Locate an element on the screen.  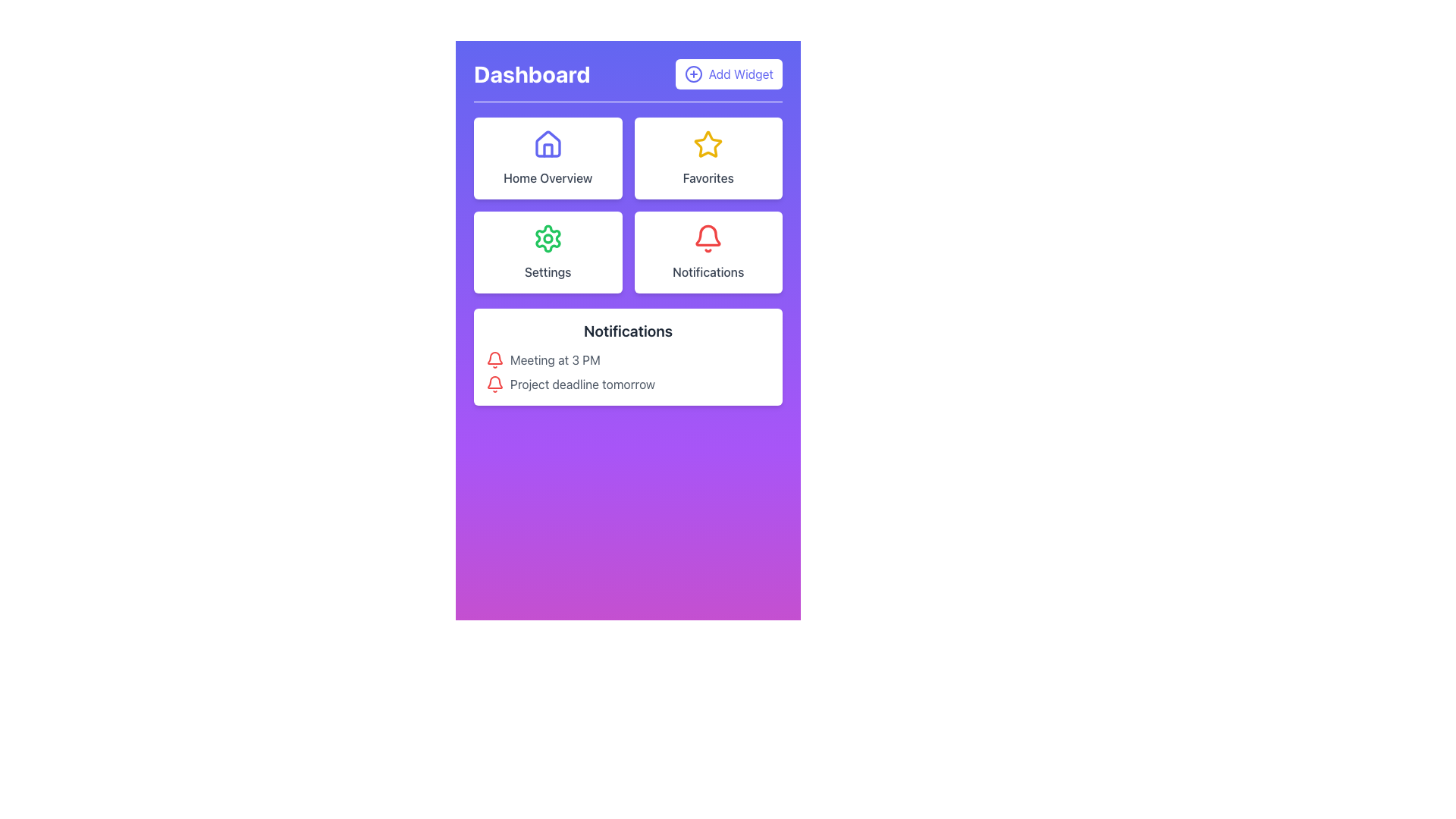
the bottom ringing area of the bell-shaped icon located in the Notifications section of the dashboard is located at coordinates (494, 358).